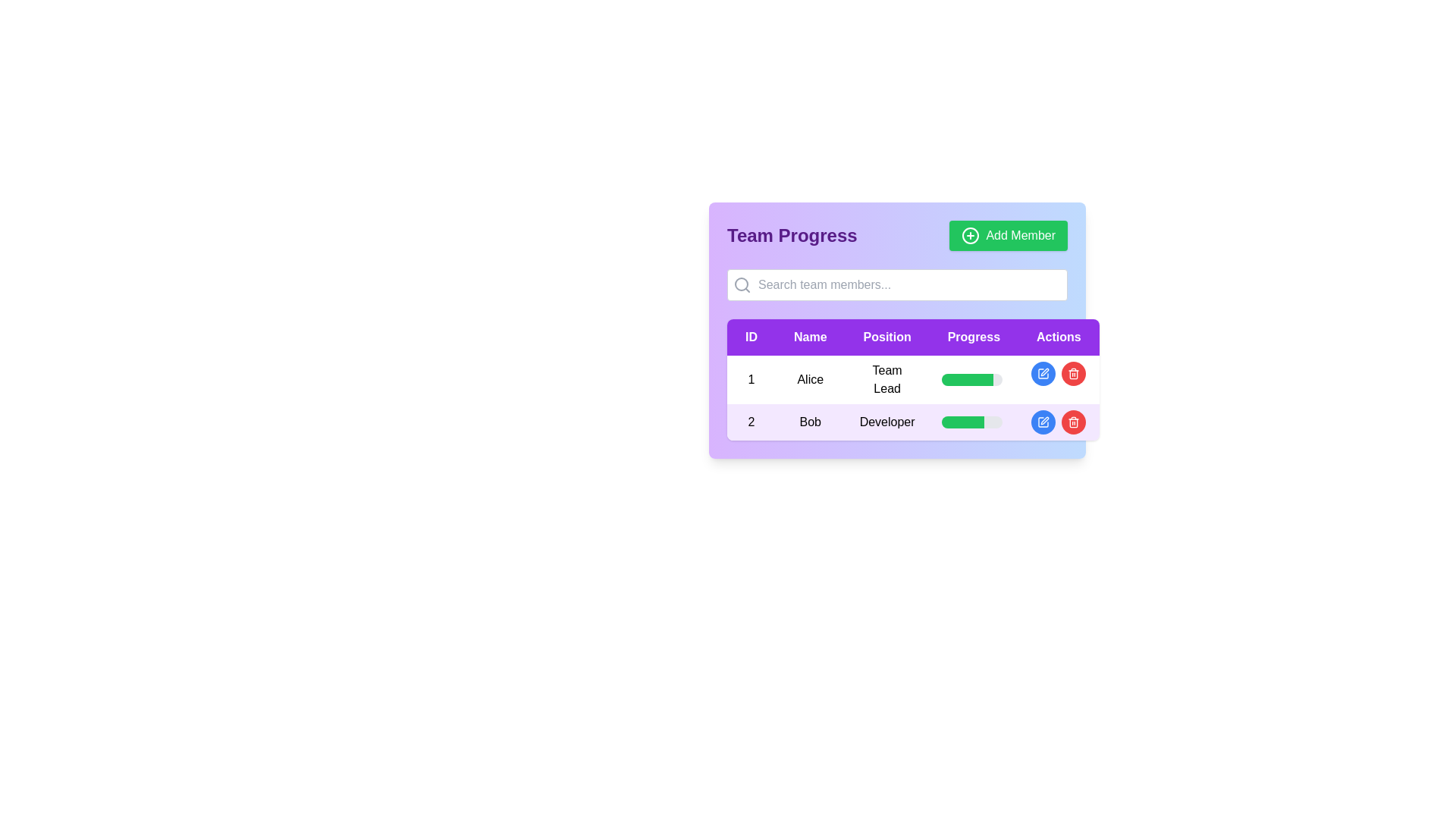 Image resolution: width=1456 pixels, height=819 pixels. I want to click on the horizontal progress bar indicating the progress of the Team Lead in the first row of the table, so click(971, 379).